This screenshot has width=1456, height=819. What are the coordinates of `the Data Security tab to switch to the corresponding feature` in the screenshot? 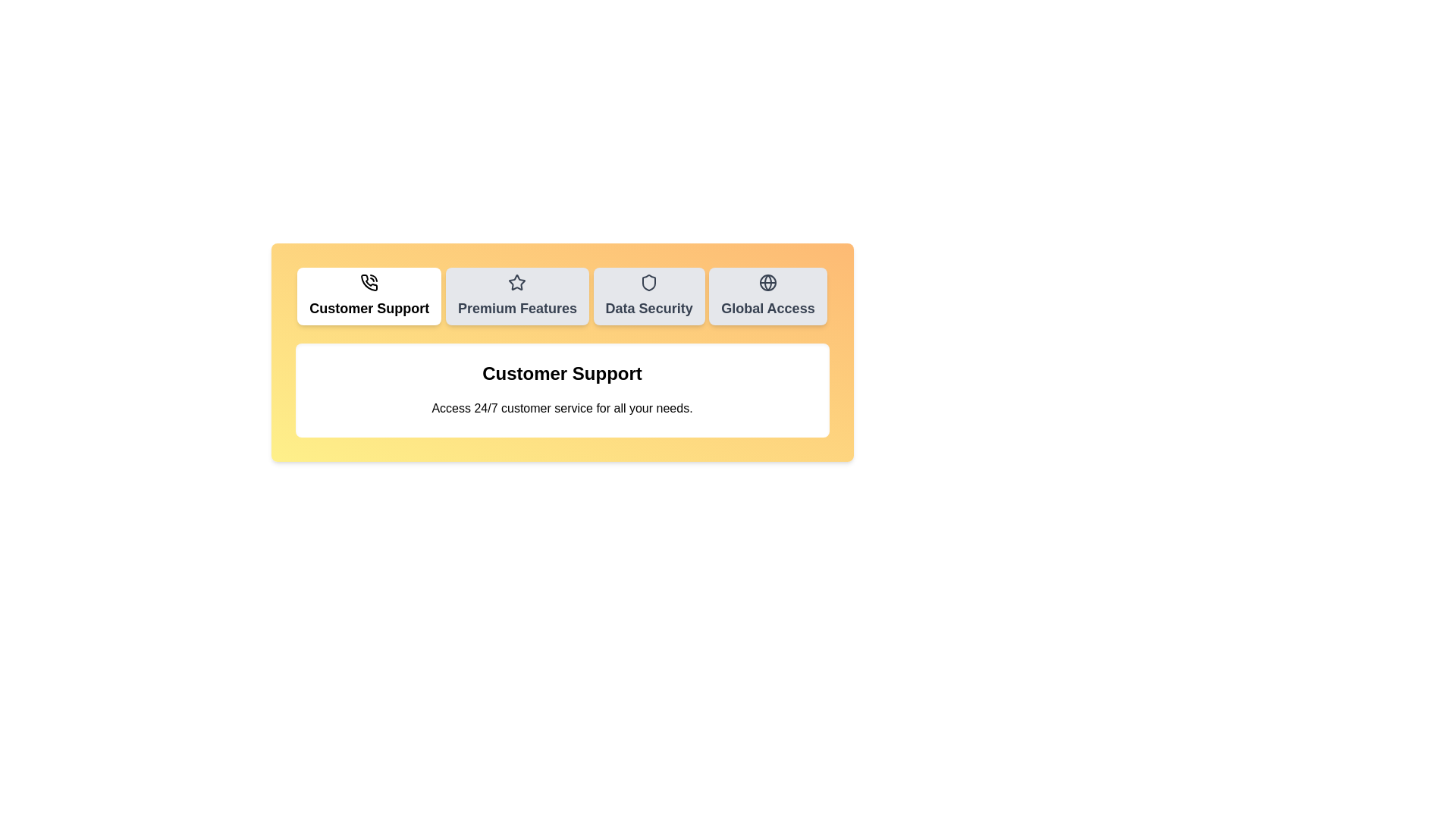 It's located at (649, 296).